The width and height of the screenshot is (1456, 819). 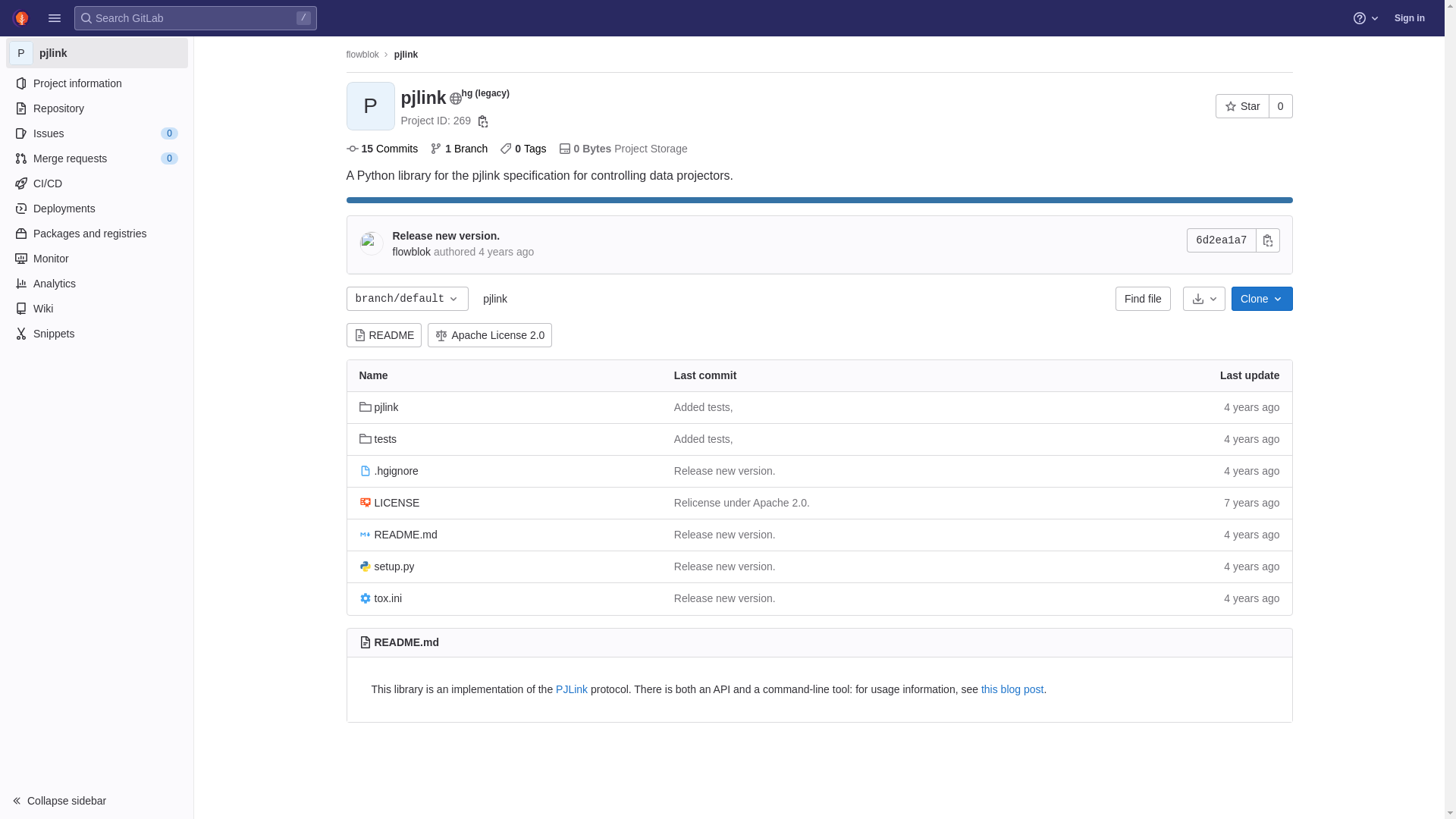 I want to click on 'Star', so click(x=1216, y=105).